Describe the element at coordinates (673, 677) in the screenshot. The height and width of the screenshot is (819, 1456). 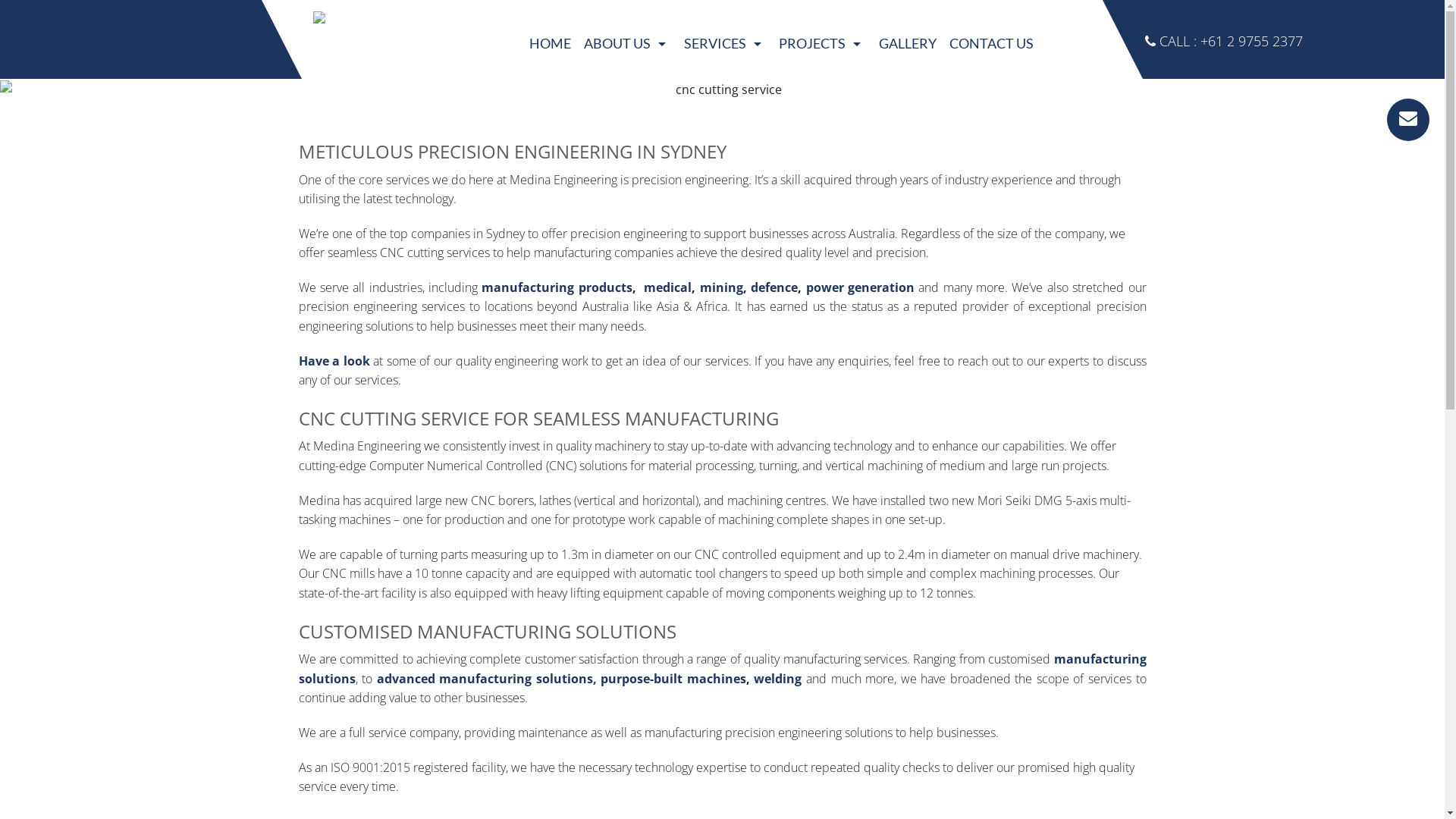
I see `'purpose-built machines'` at that location.